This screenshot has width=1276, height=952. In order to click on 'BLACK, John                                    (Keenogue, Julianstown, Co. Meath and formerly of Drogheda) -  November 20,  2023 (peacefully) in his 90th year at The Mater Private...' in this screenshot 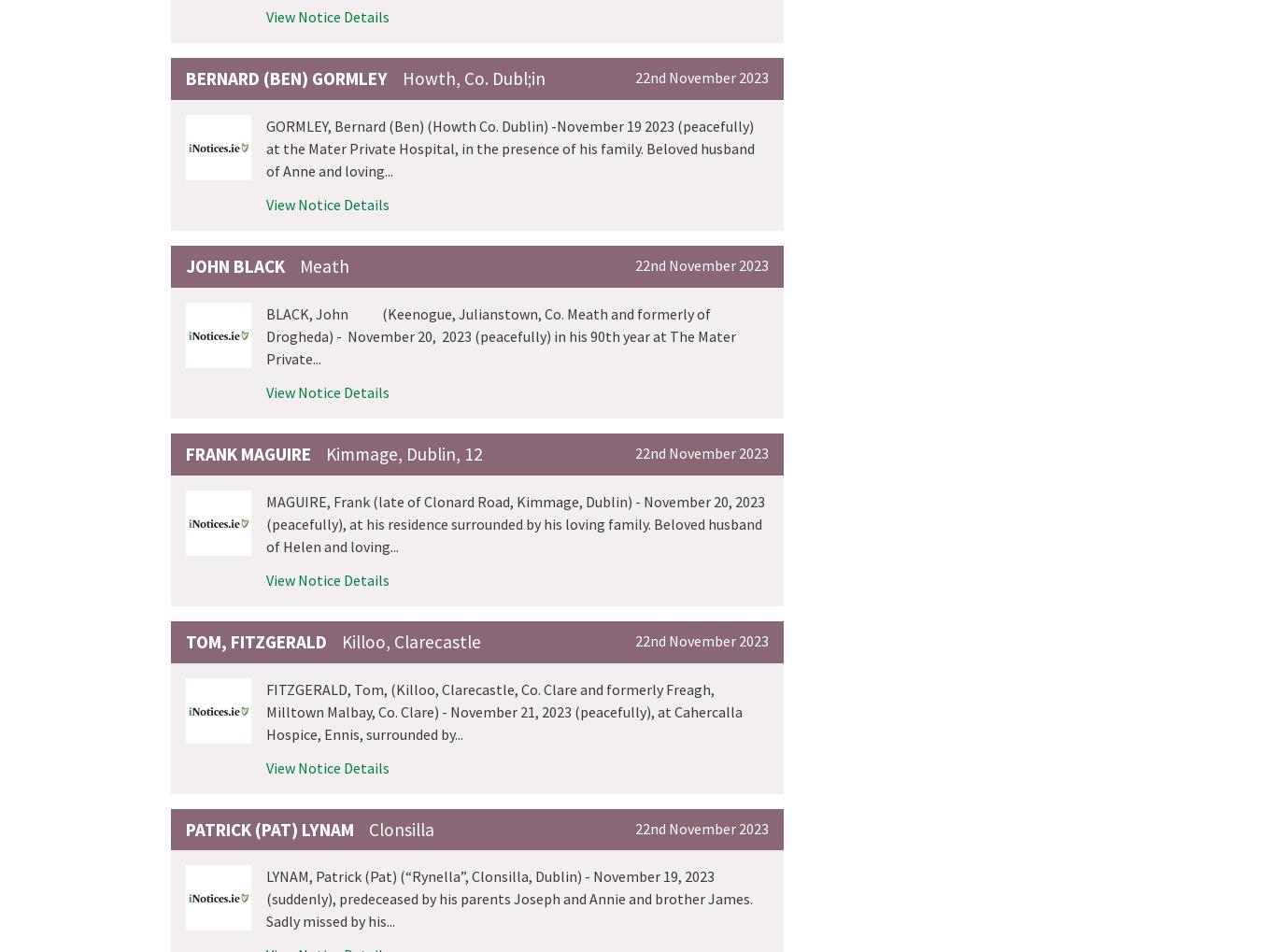, I will do `click(501, 334)`.